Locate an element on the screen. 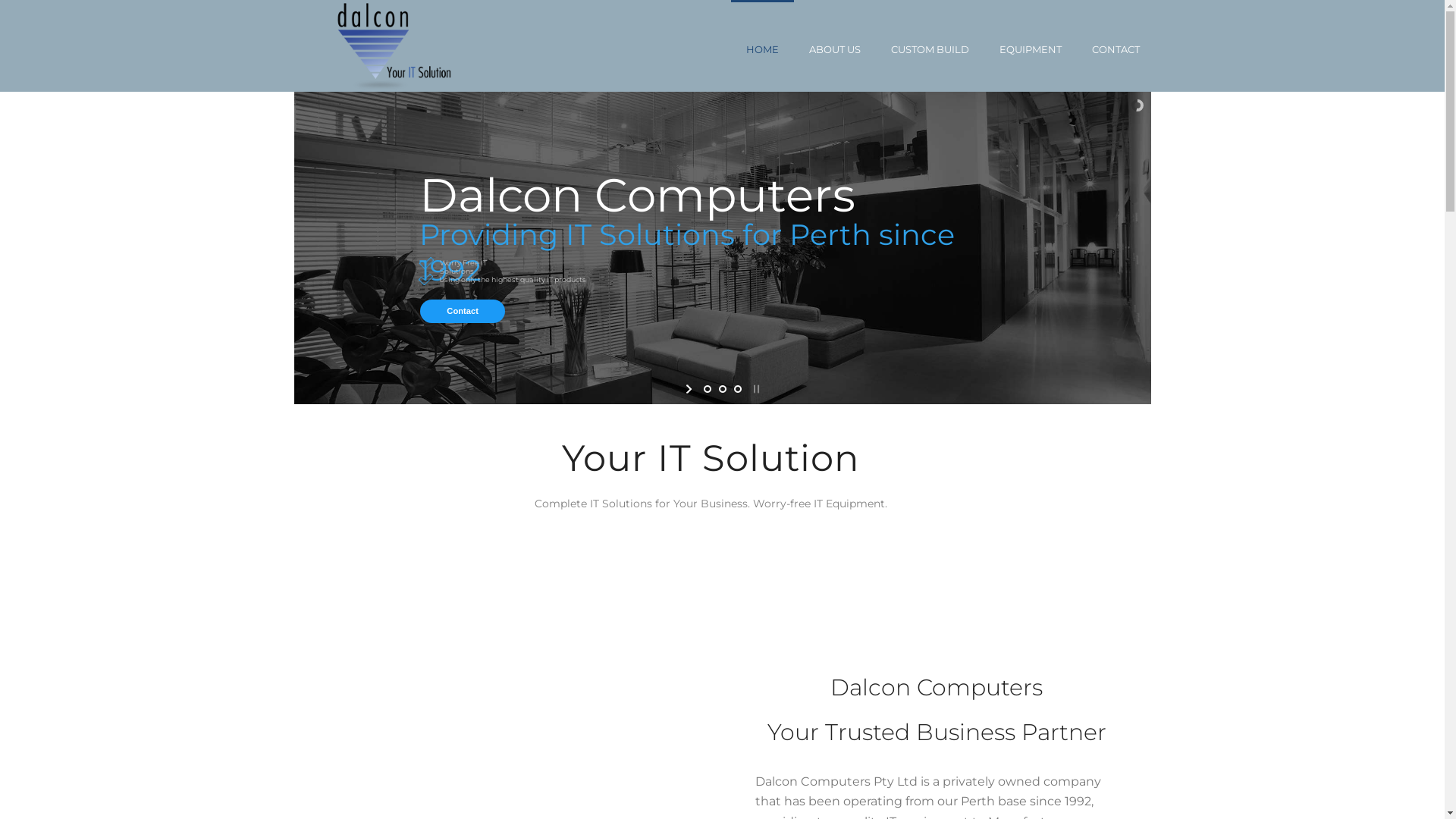 This screenshot has height=819, width=1456. 'CONTACT' is located at coordinates (1116, 45).